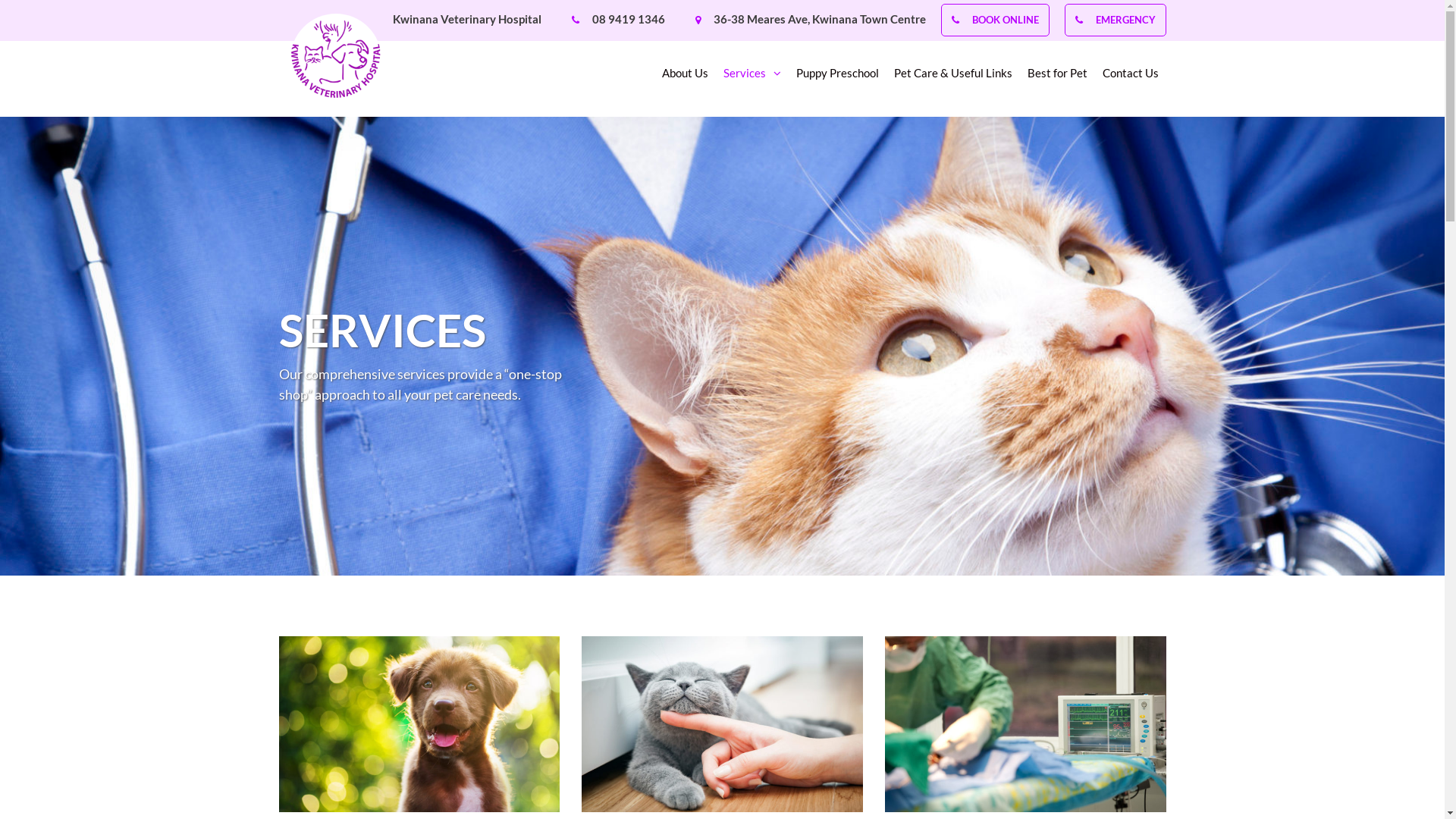  Describe the element at coordinates (836, 77) in the screenshot. I see `'Puppy Preschool'` at that location.